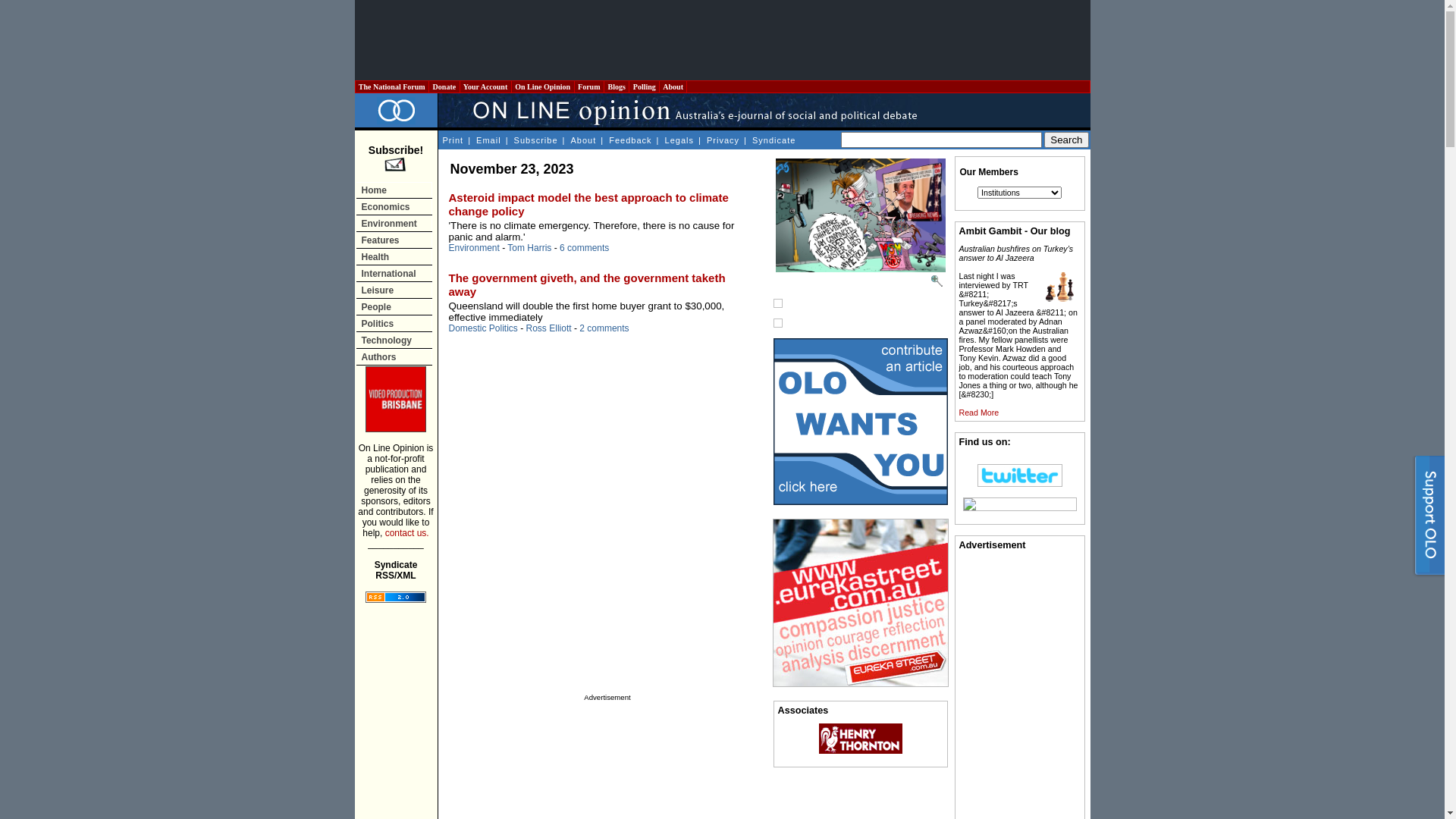  I want to click on ' Forum ', so click(588, 86).